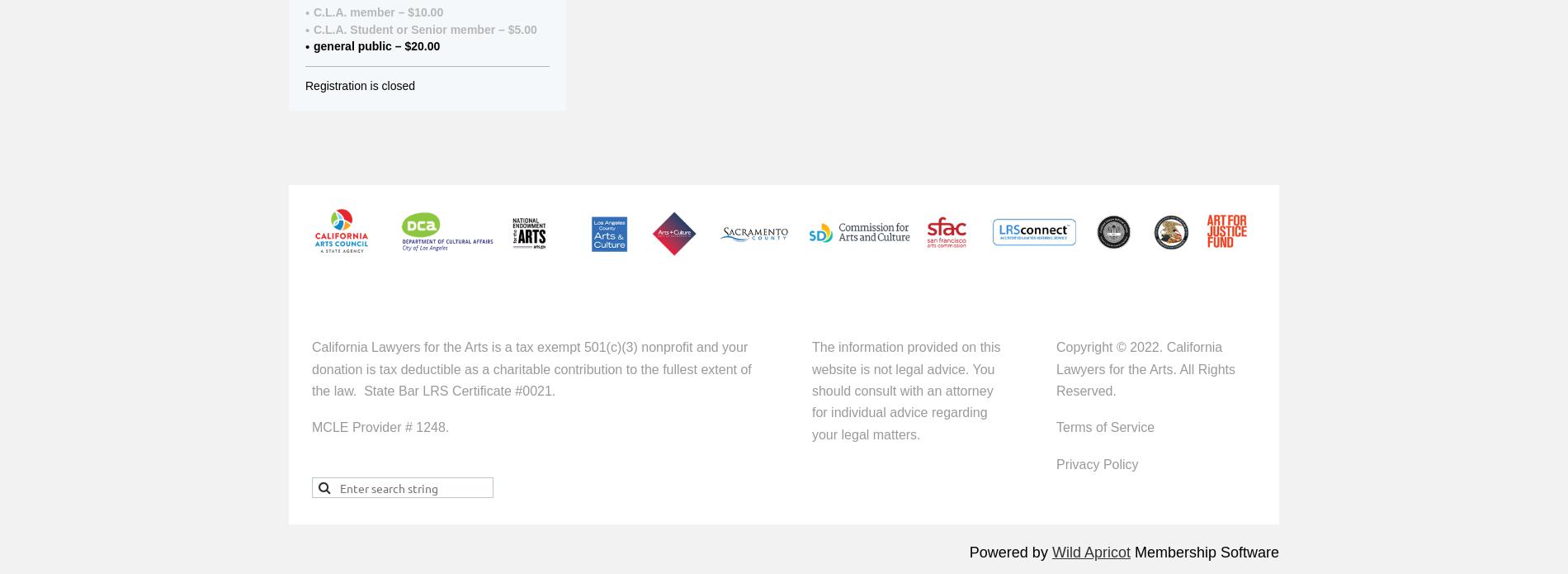 The width and height of the screenshot is (1568, 574). I want to click on 'State Bar LRS Certificate #0021.', so click(460, 391).